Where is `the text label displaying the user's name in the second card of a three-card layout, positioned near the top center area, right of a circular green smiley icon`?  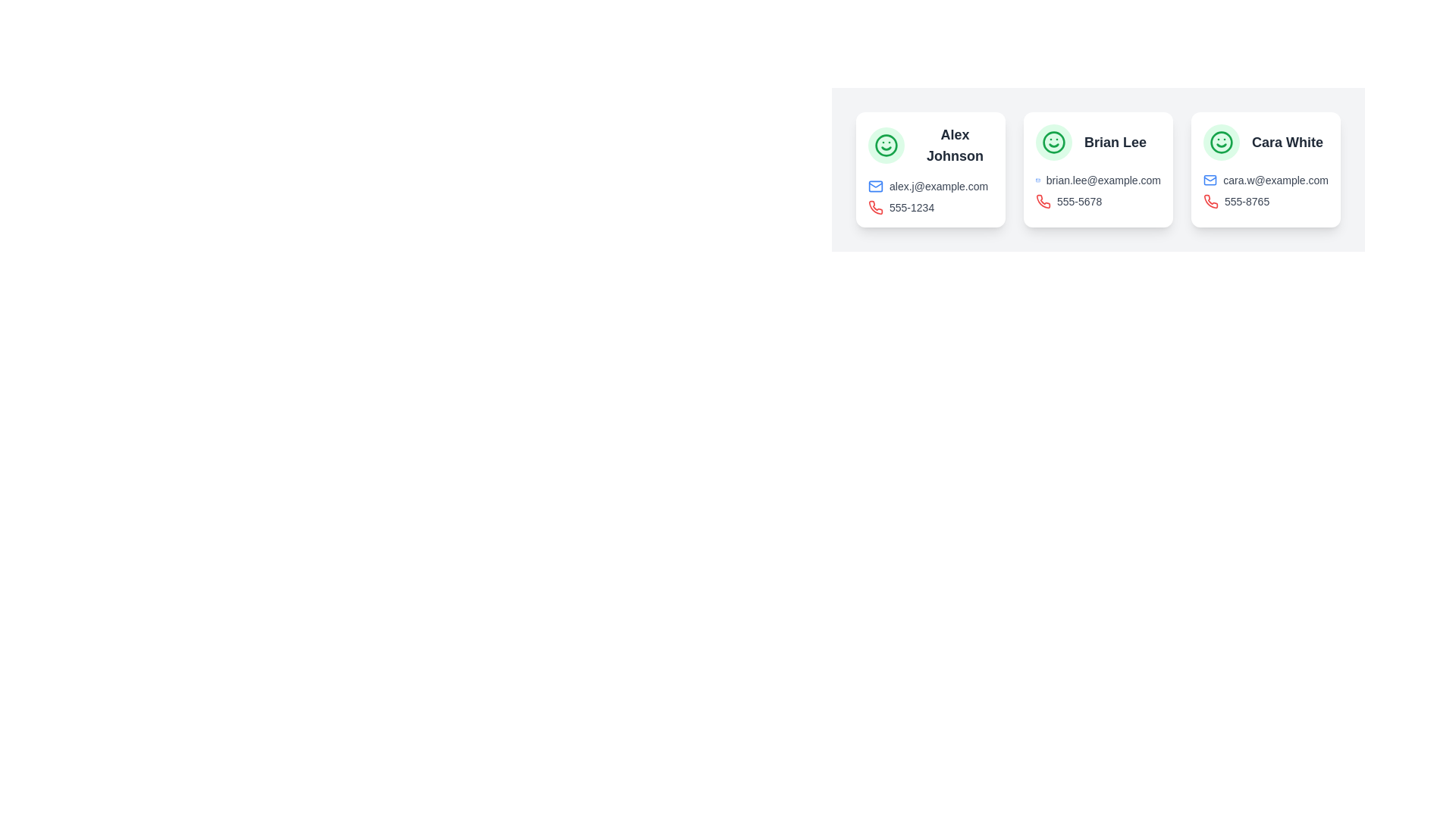
the text label displaying the user's name in the second card of a three-card layout, positioned near the top center area, right of a circular green smiley icon is located at coordinates (1098, 143).